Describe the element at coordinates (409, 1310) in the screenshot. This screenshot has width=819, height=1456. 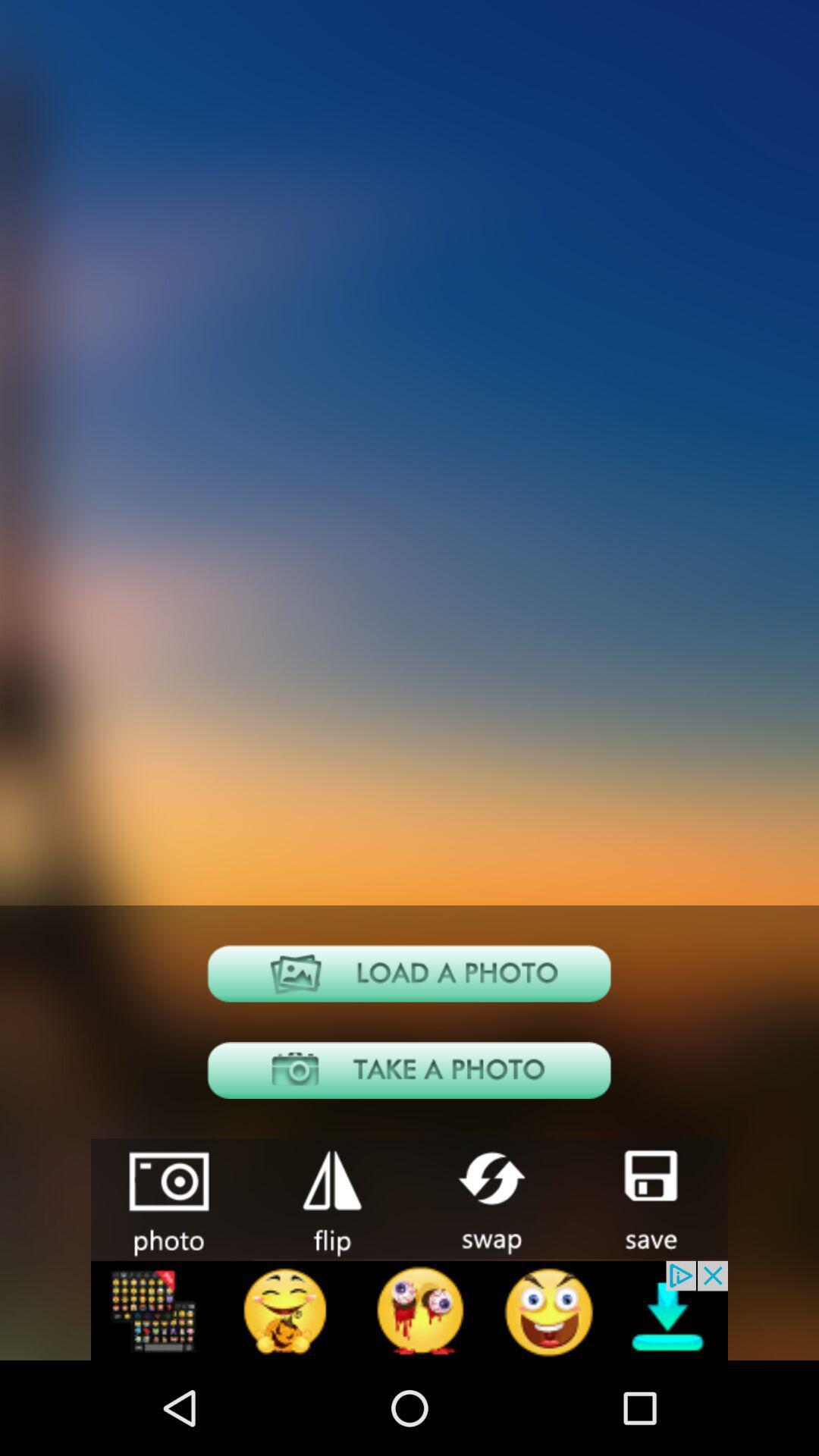
I see `advertisement page` at that location.